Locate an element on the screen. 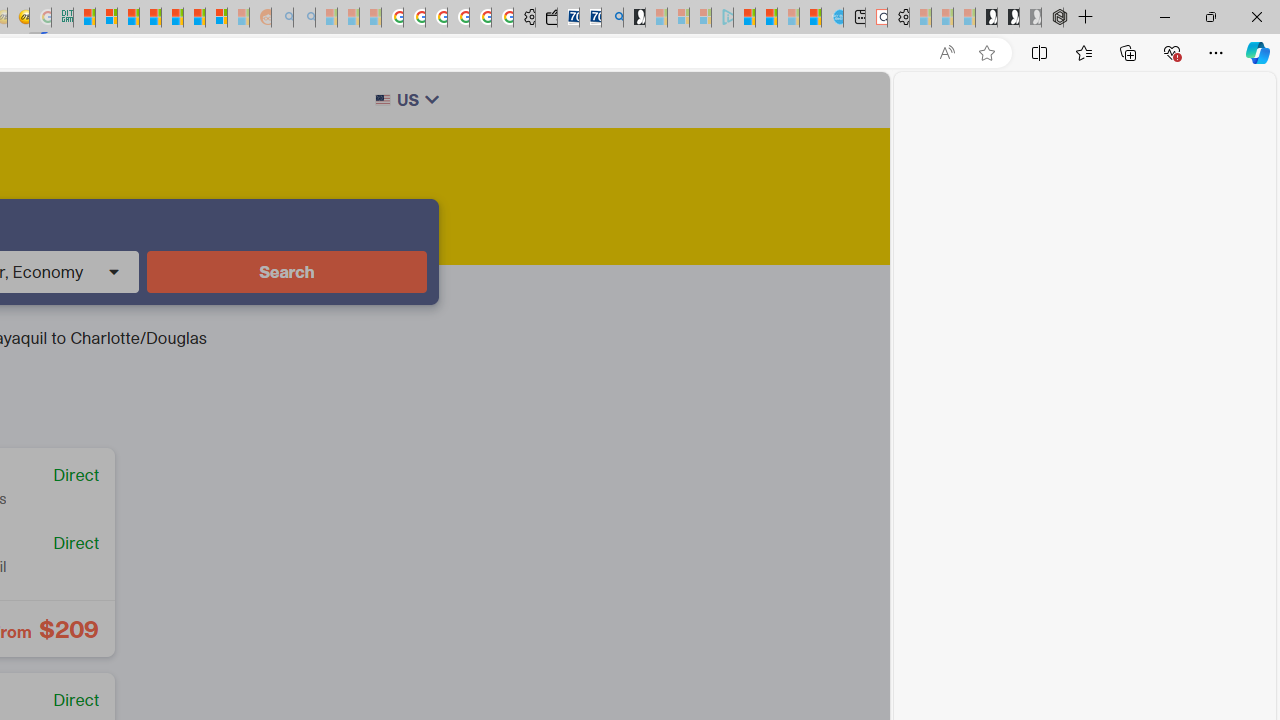  'Restore' is located at coordinates (1209, 16).